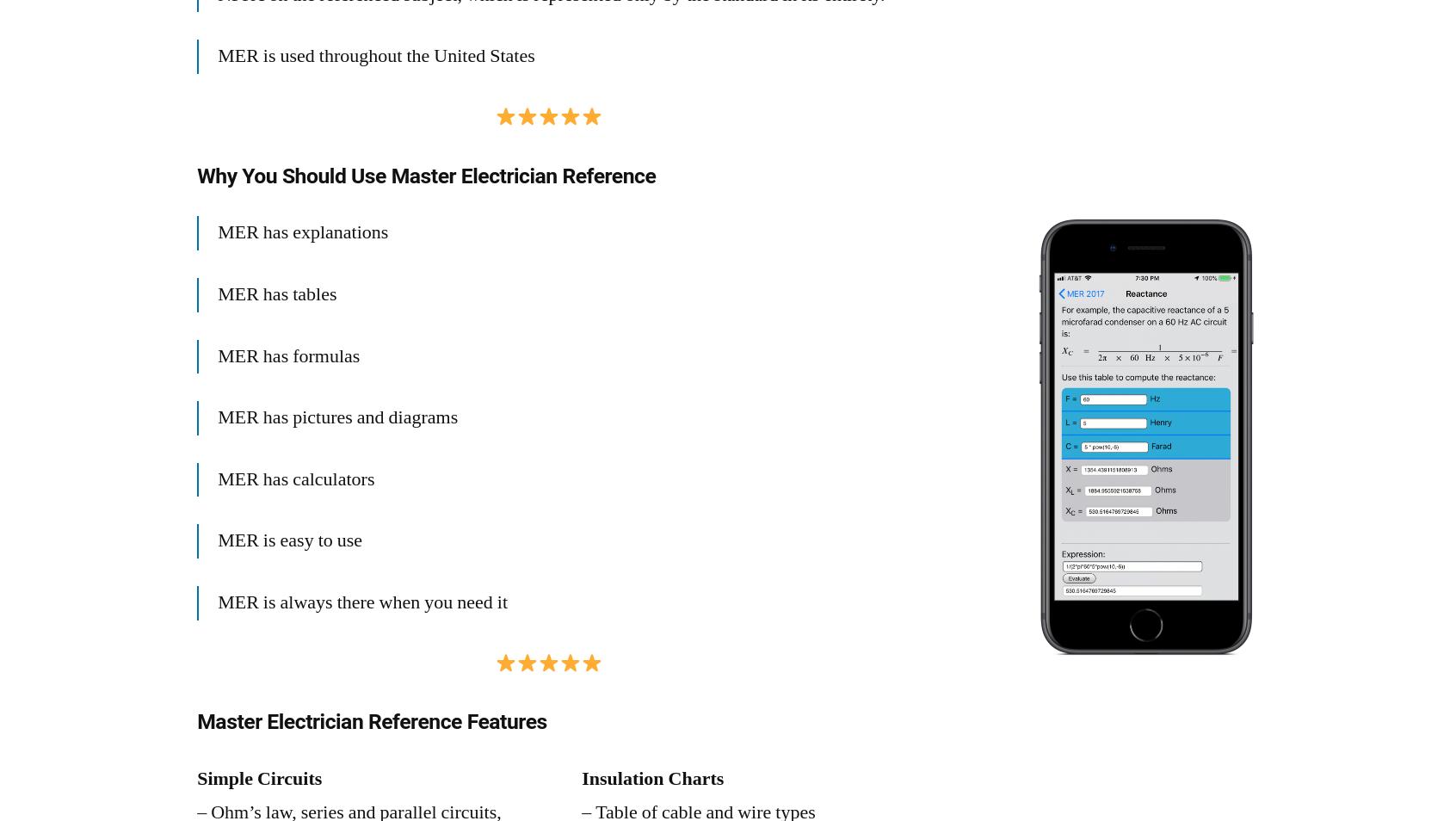  Describe the element at coordinates (196, 174) in the screenshot. I see `'Why You Should Use Master Electrician Reference'` at that location.